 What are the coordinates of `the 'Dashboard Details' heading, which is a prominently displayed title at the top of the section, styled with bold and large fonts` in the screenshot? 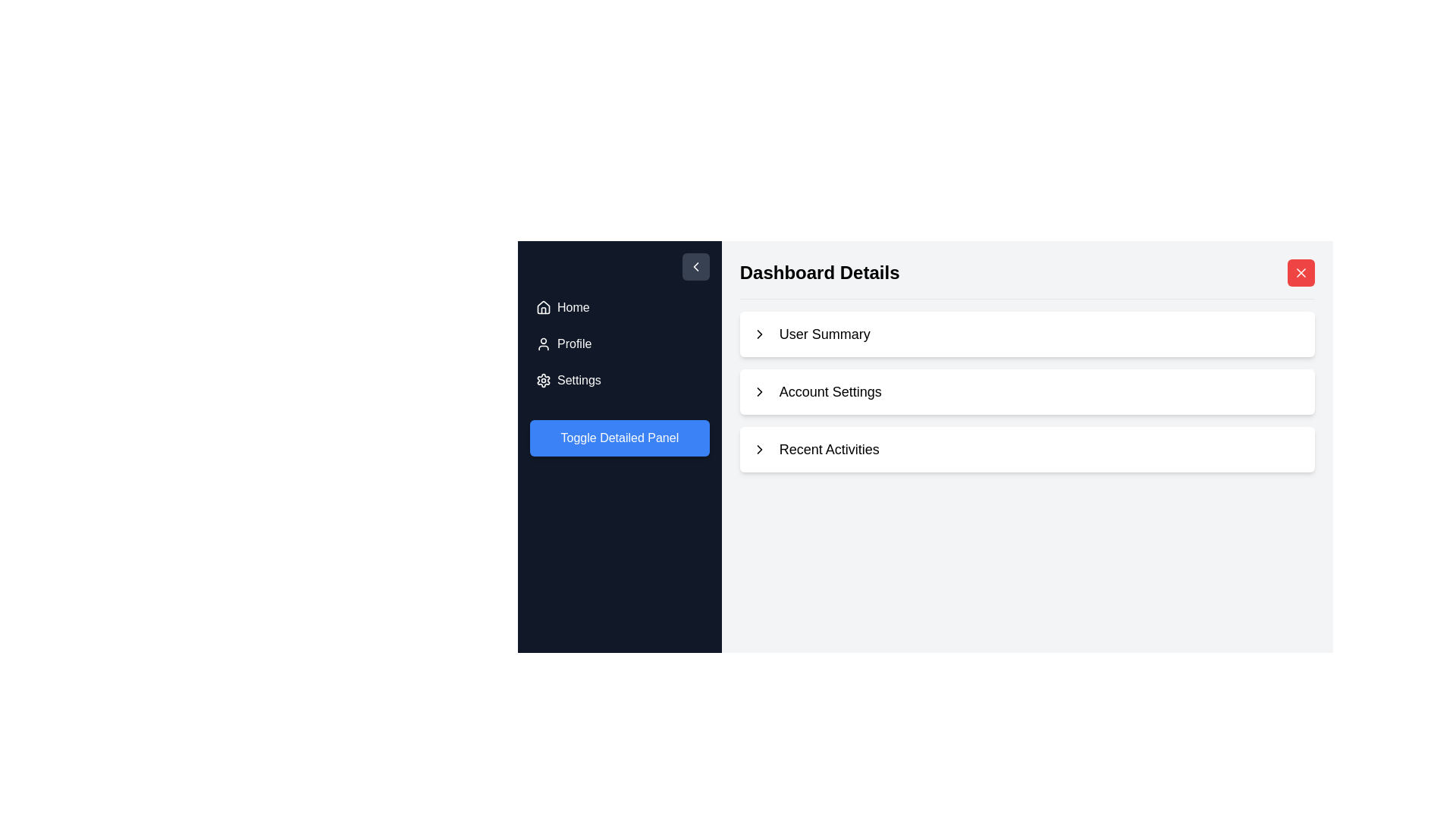 It's located at (819, 271).